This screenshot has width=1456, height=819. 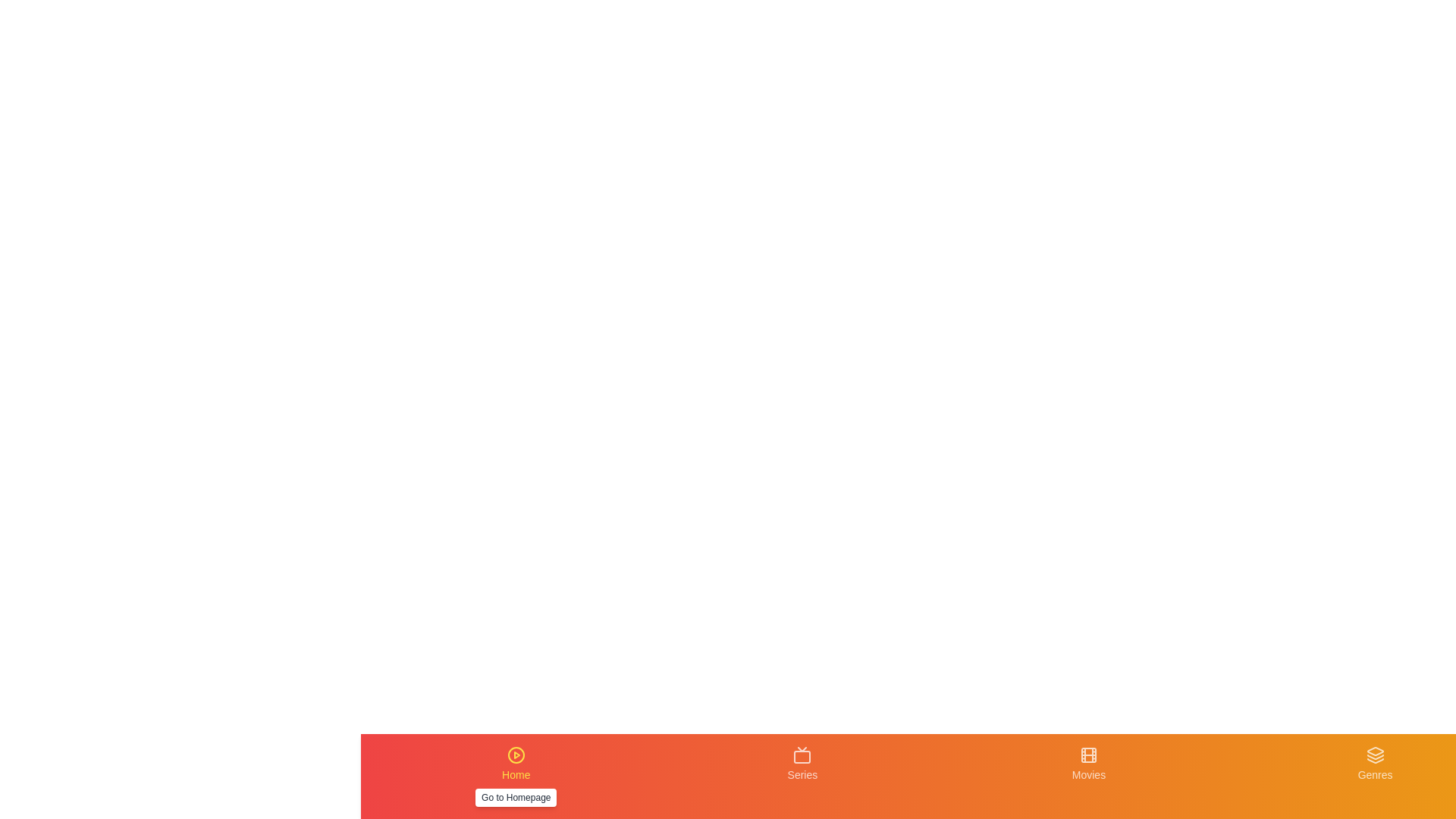 What do you see at coordinates (802, 776) in the screenshot?
I see `the navigation tab labeled Series` at bounding box center [802, 776].